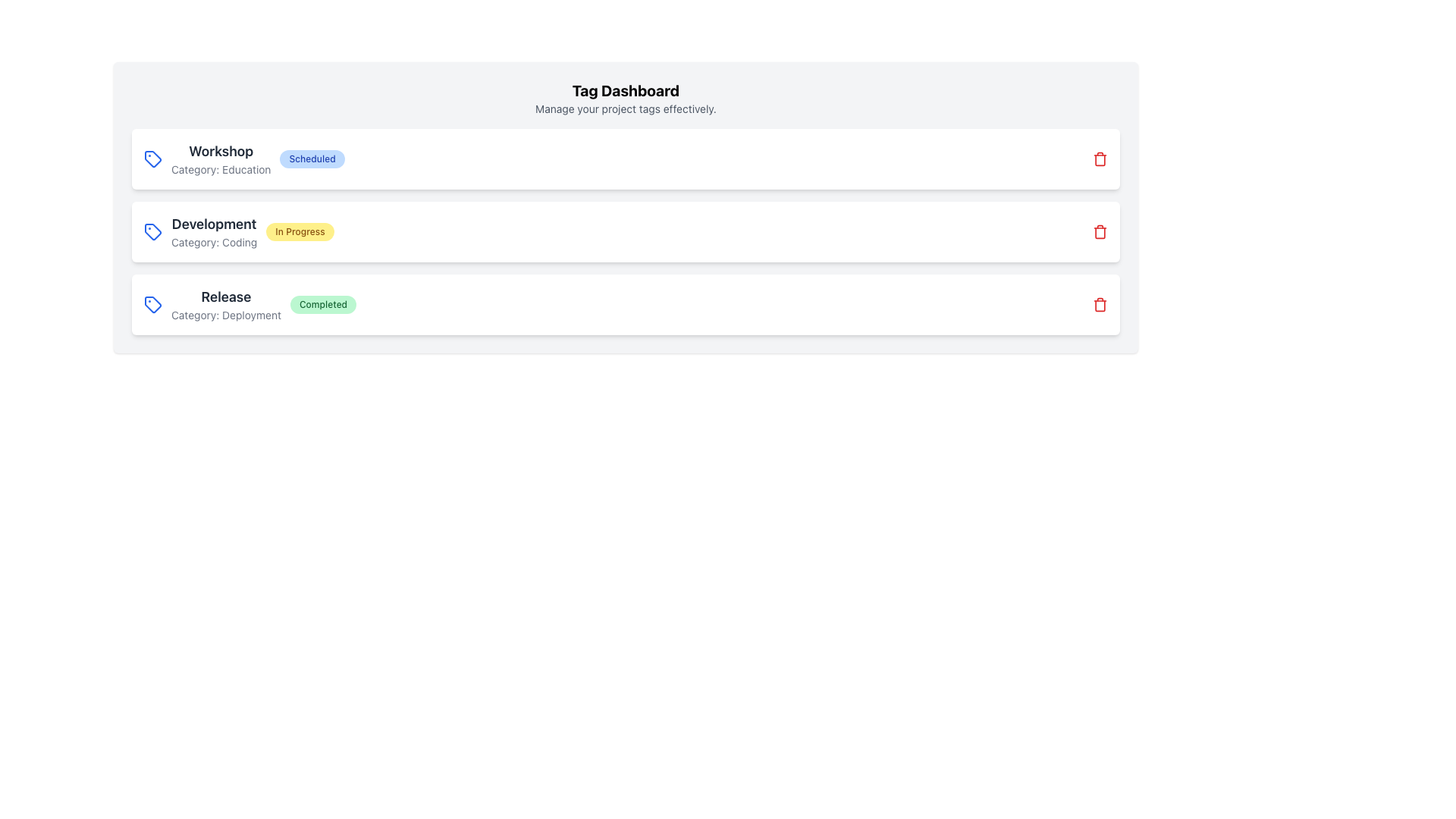 This screenshot has height=819, width=1456. What do you see at coordinates (152, 304) in the screenshot?
I see `the blue tag icon in the 'Release' section, located before the text 'Release: Category Deployment'` at bounding box center [152, 304].